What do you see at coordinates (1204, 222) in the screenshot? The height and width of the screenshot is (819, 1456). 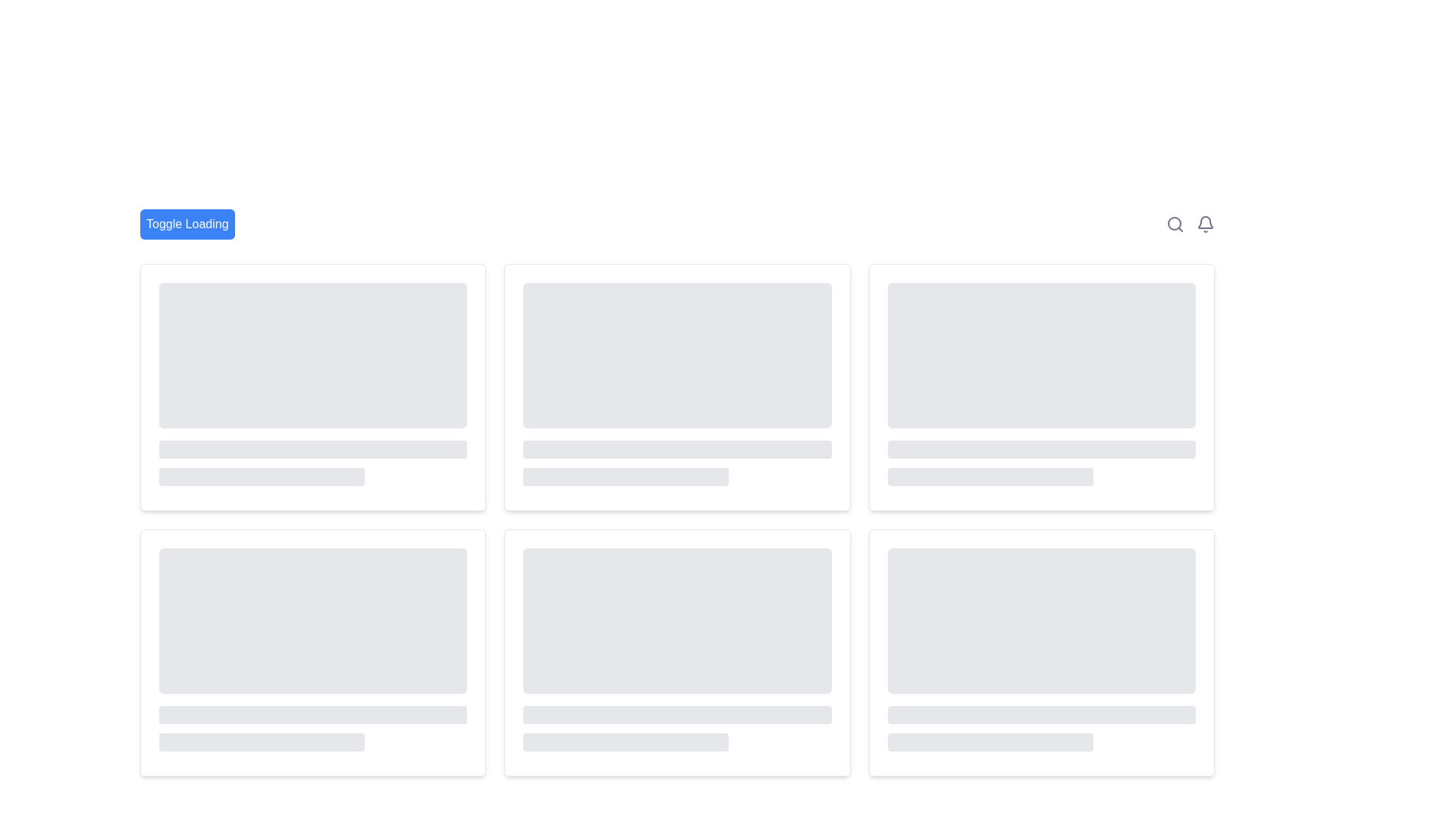 I see `the middle part of the bell icon, which is part of a notification alert graphic located near the top-right corner of the interface` at bounding box center [1204, 222].